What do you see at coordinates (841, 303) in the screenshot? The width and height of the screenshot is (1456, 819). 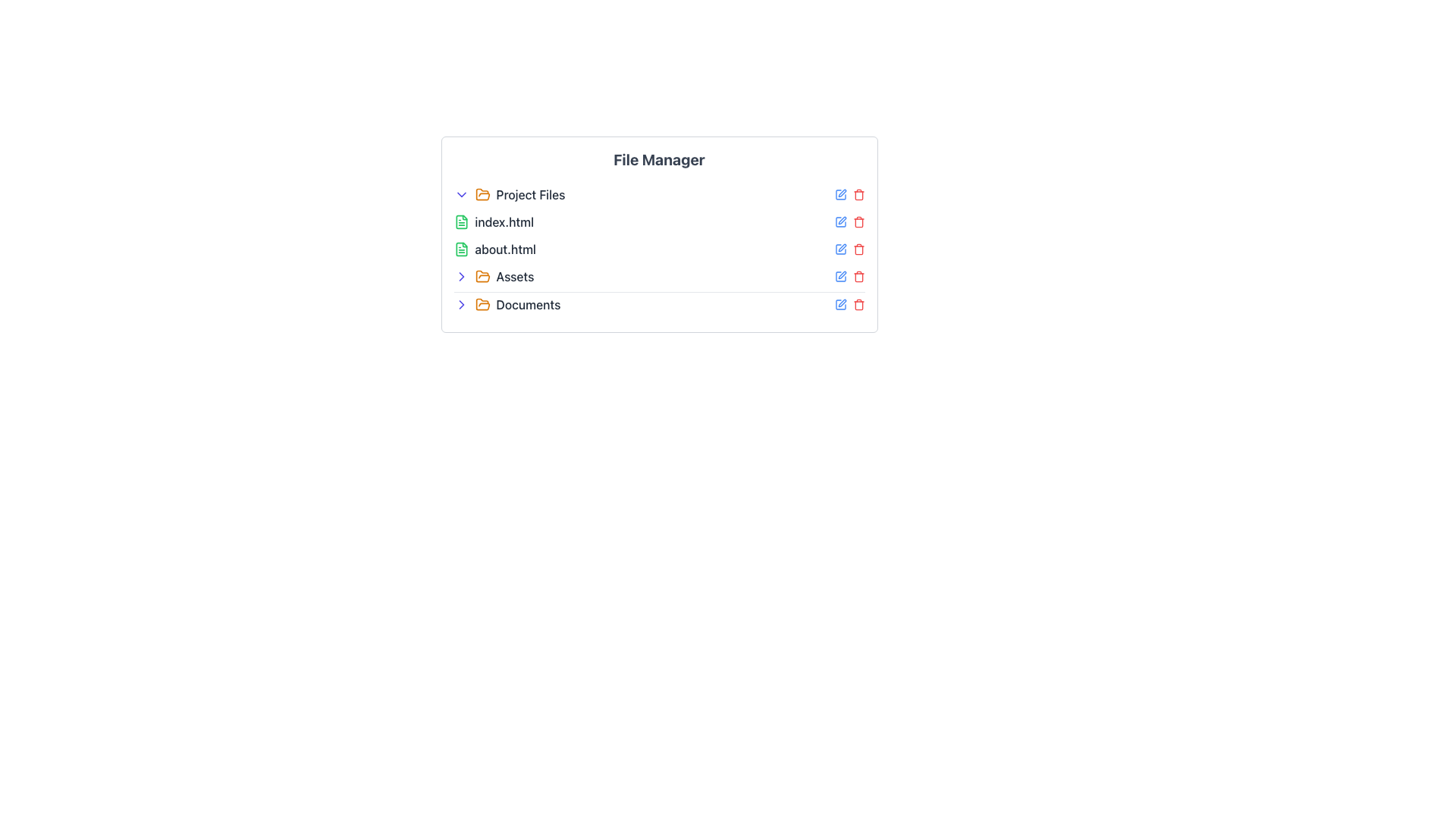 I see `the decorative pen-like icon associated with the 'Documents' entry in the file manager's context, which is the second sub-component within the icon` at bounding box center [841, 303].